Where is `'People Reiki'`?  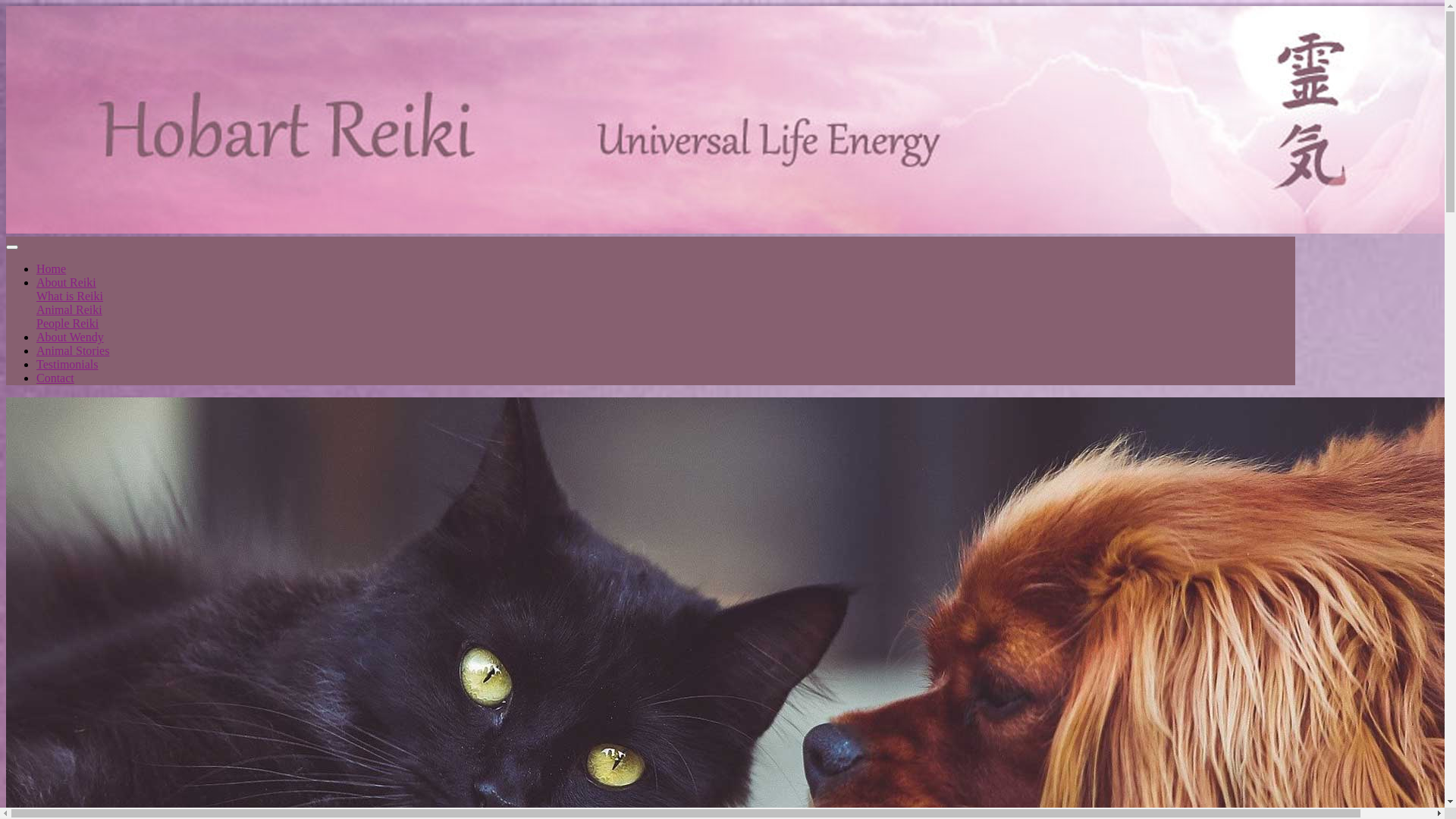
'People Reiki' is located at coordinates (67, 322).